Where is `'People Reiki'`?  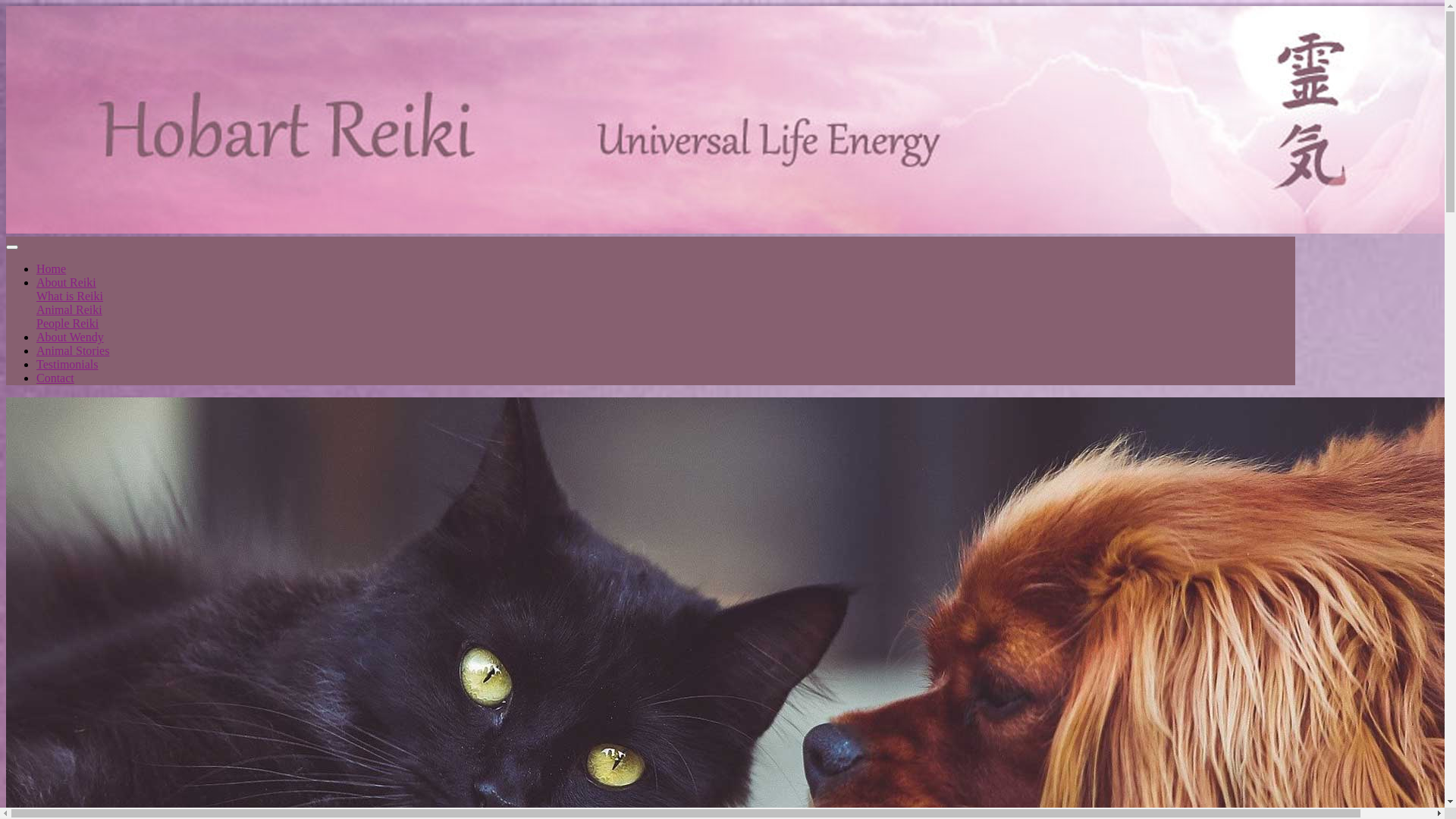
'People Reiki' is located at coordinates (67, 322).